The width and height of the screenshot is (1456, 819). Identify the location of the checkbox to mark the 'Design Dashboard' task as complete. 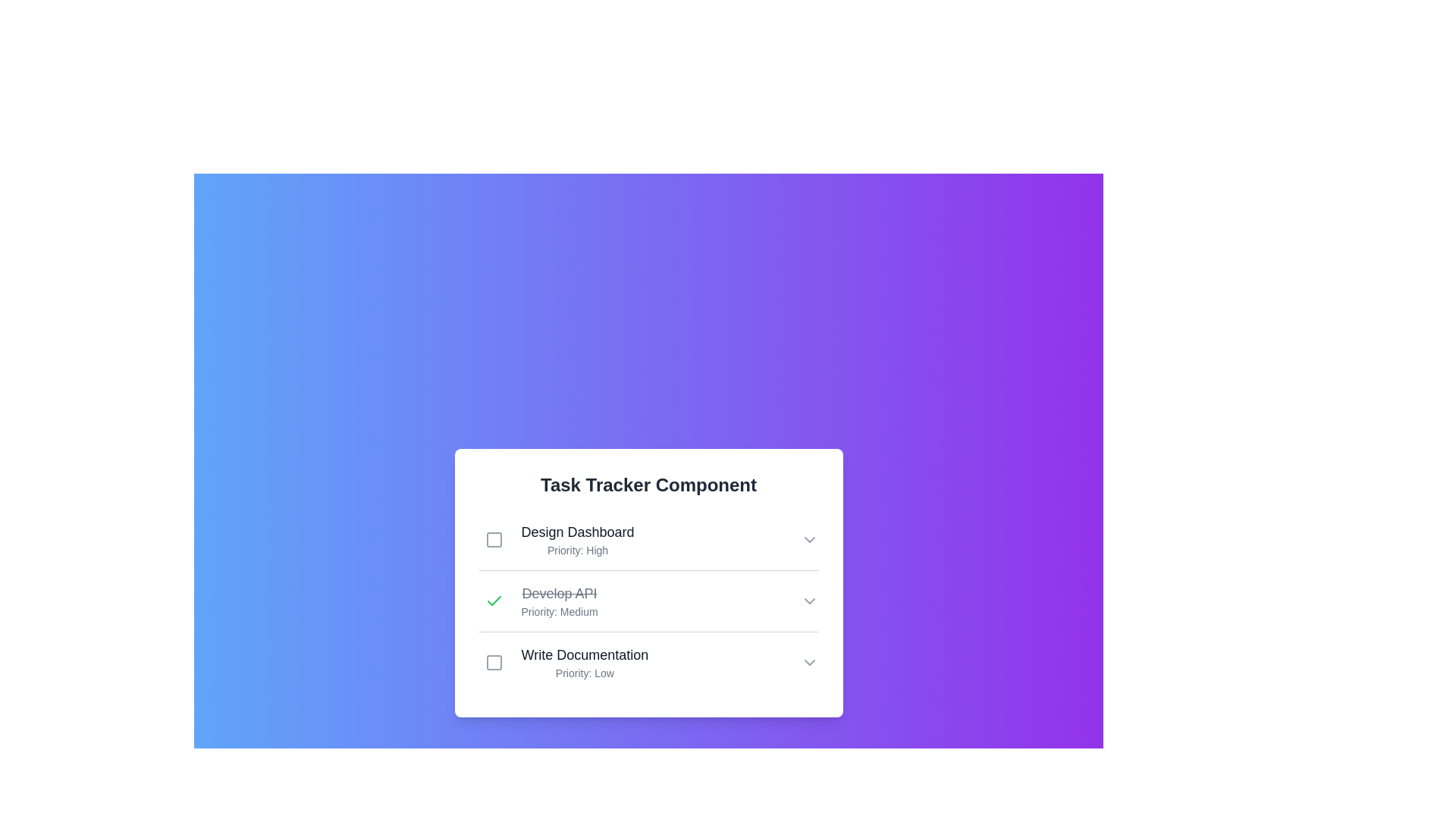
(494, 539).